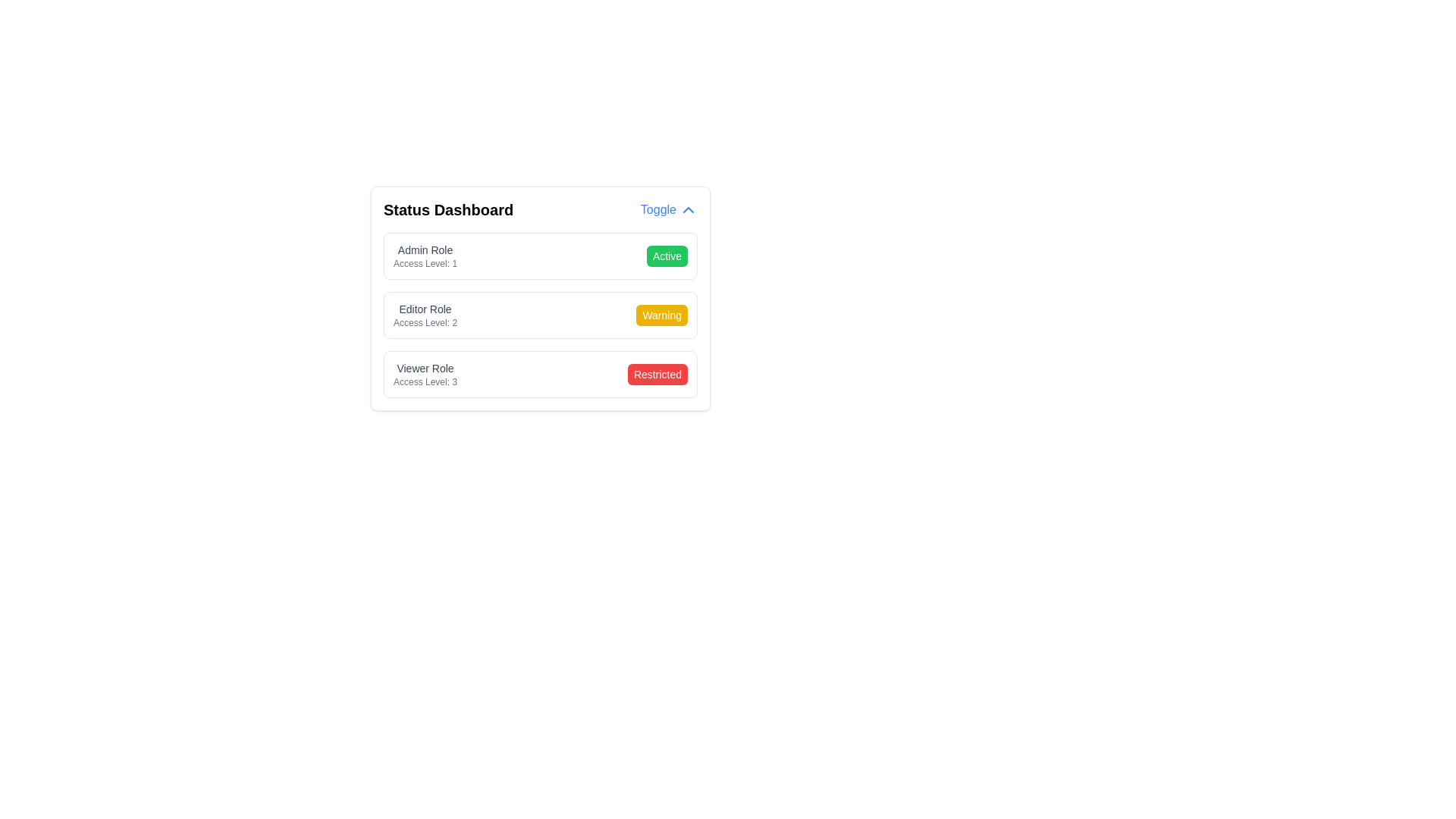  What do you see at coordinates (425, 315) in the screenshot?
I see `the static text label displaying 'Editor Role' and 'Access Level: 2', which is centrally aligned in the 'Status Dashboard' list` at bounding box center [425, 315].